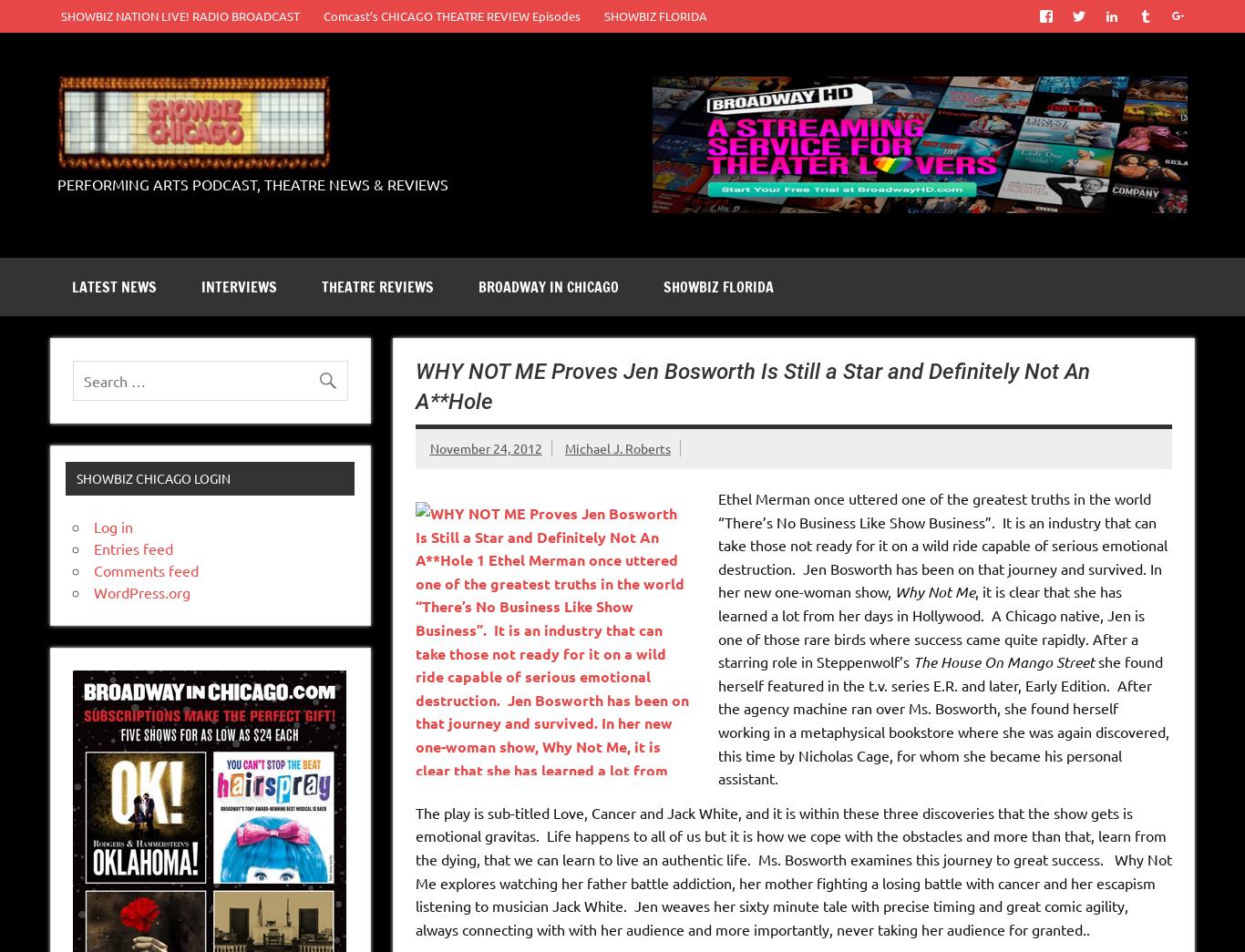 The image size is (1245, 952). Describe the element at coordinates (140, 591) in the screenshot. I see `'WordPress.org'` at that location.